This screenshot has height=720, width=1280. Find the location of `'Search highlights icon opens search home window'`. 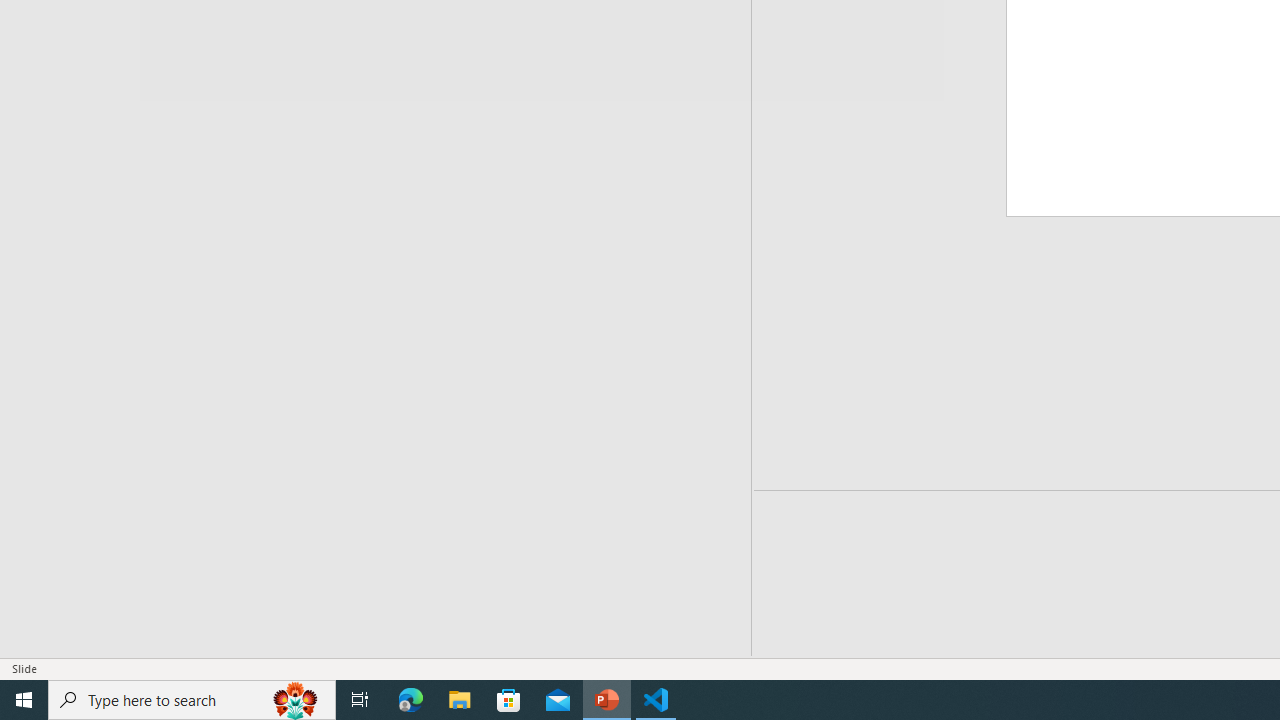

'Search highlights icon opens search home window' is located at coordinates (294, 698).